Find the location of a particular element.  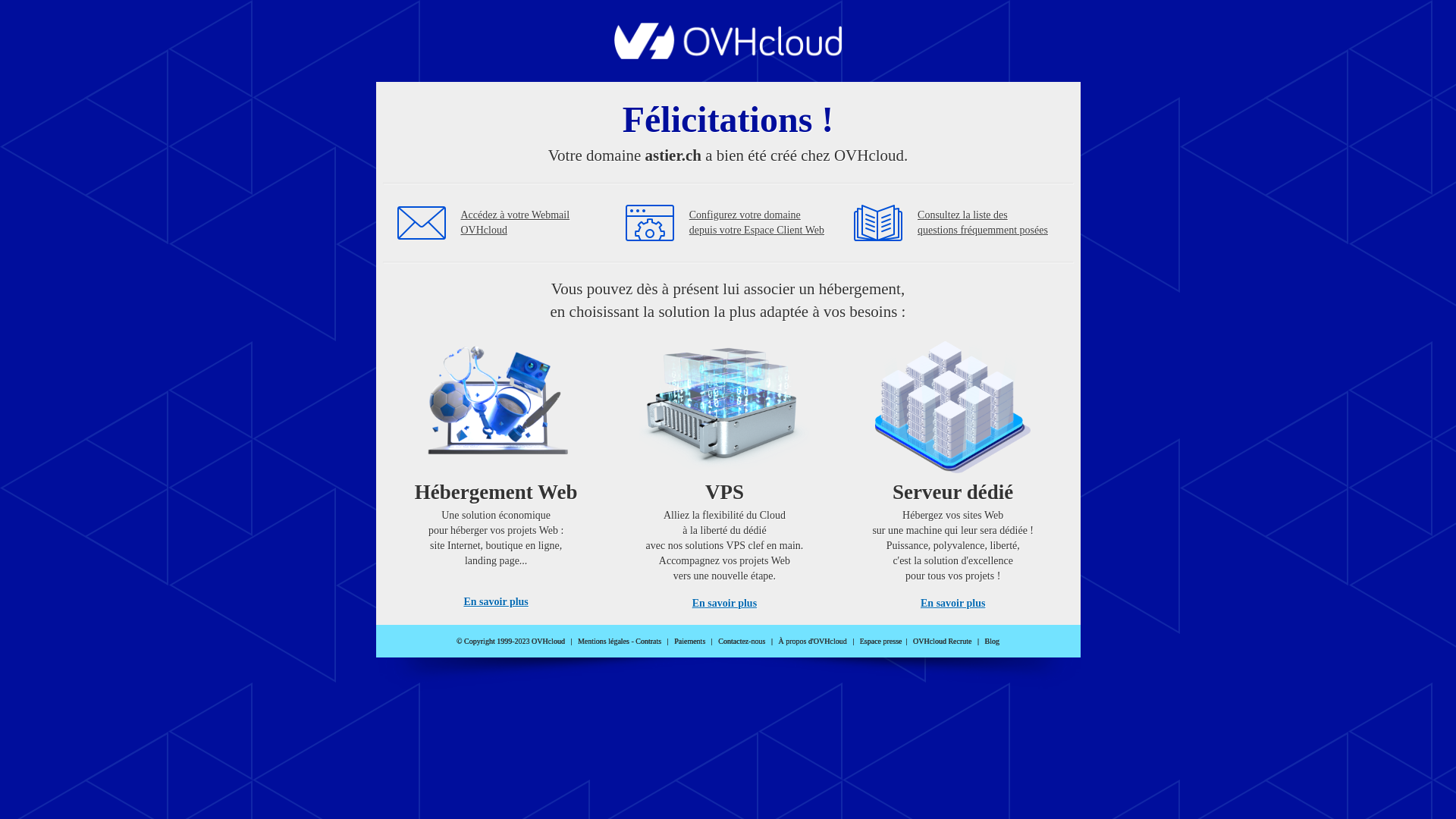

'En savoir plus' is located at coordinates (723, 602).